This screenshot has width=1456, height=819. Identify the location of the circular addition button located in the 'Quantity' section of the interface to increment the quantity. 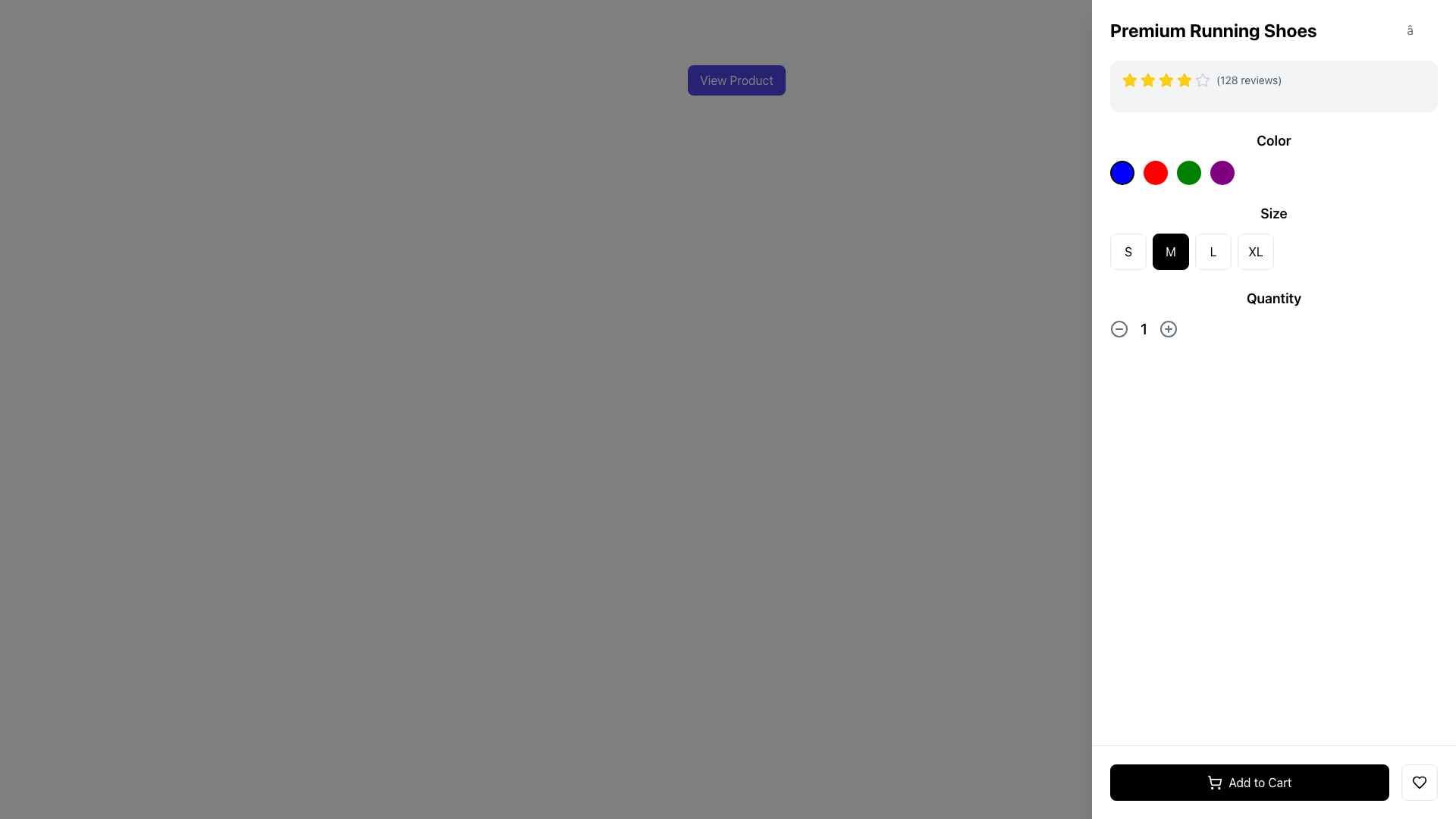
(1167, 328).